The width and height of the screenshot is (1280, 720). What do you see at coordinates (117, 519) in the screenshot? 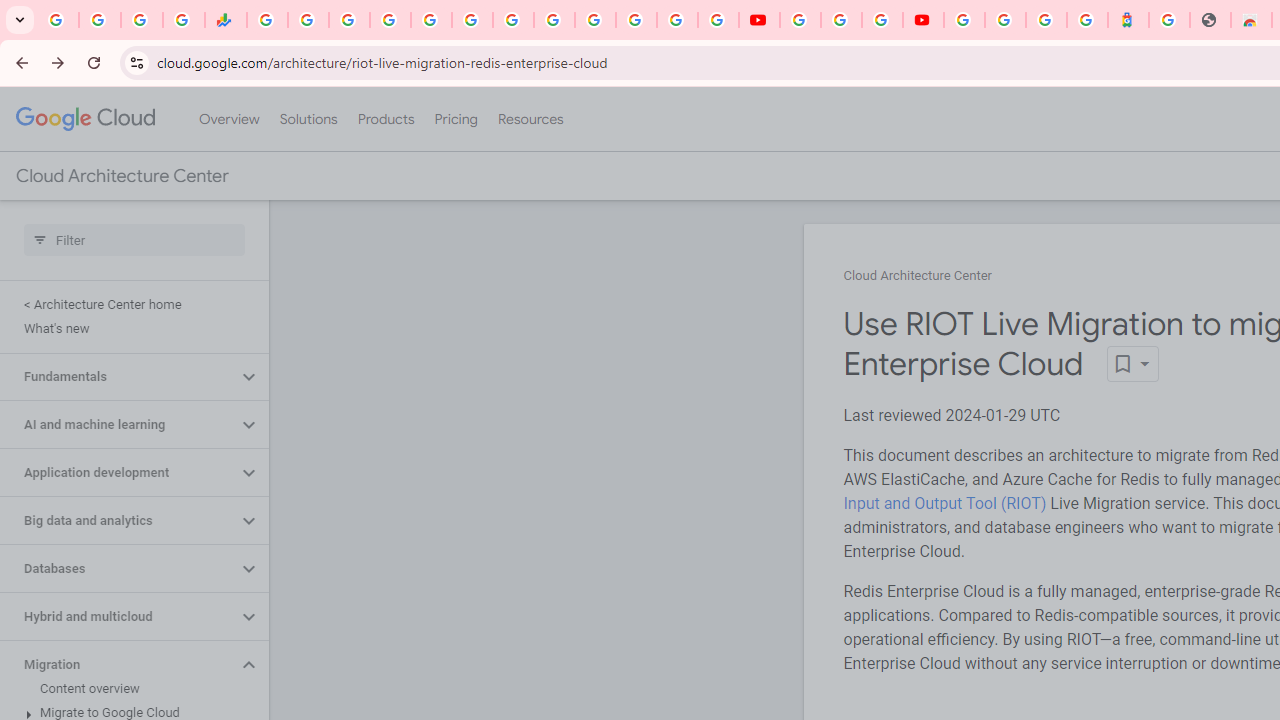
I see `'Big data and analytics'` at bounding box center [117, 519].